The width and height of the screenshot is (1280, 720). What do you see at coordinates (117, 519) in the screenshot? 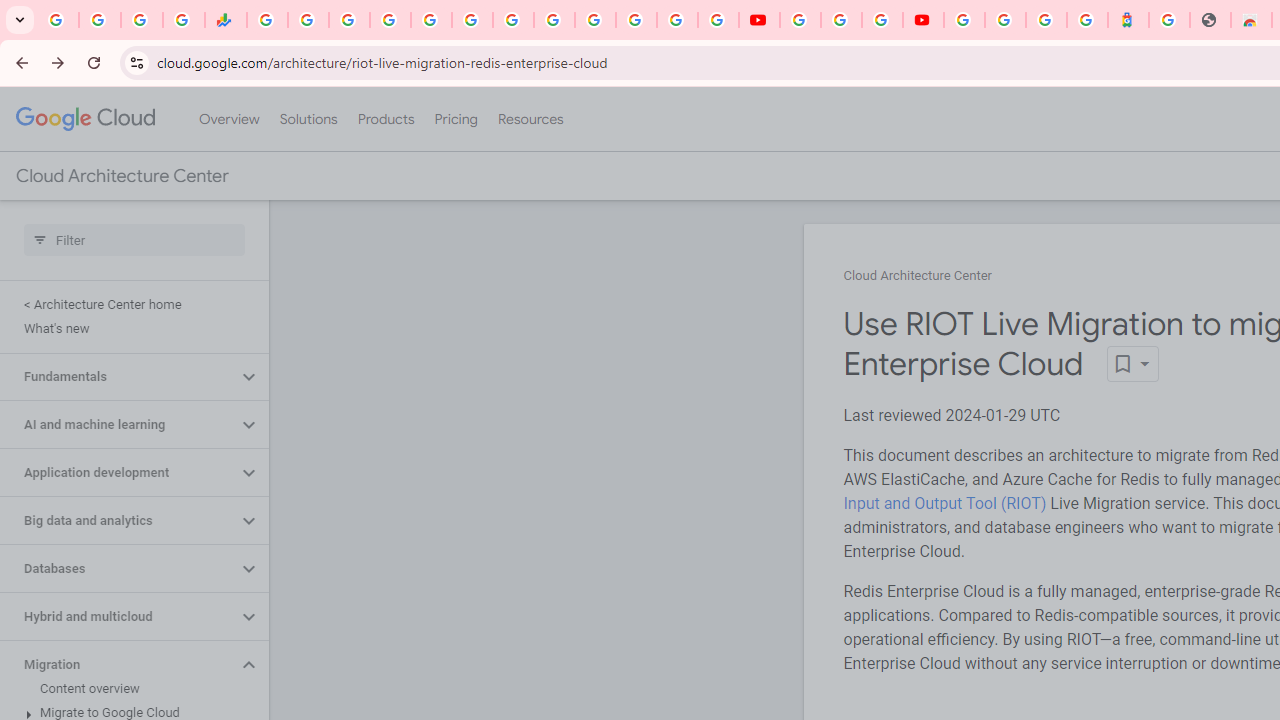
I see `'Big data and analytics'` at bounding box center [117, 519].